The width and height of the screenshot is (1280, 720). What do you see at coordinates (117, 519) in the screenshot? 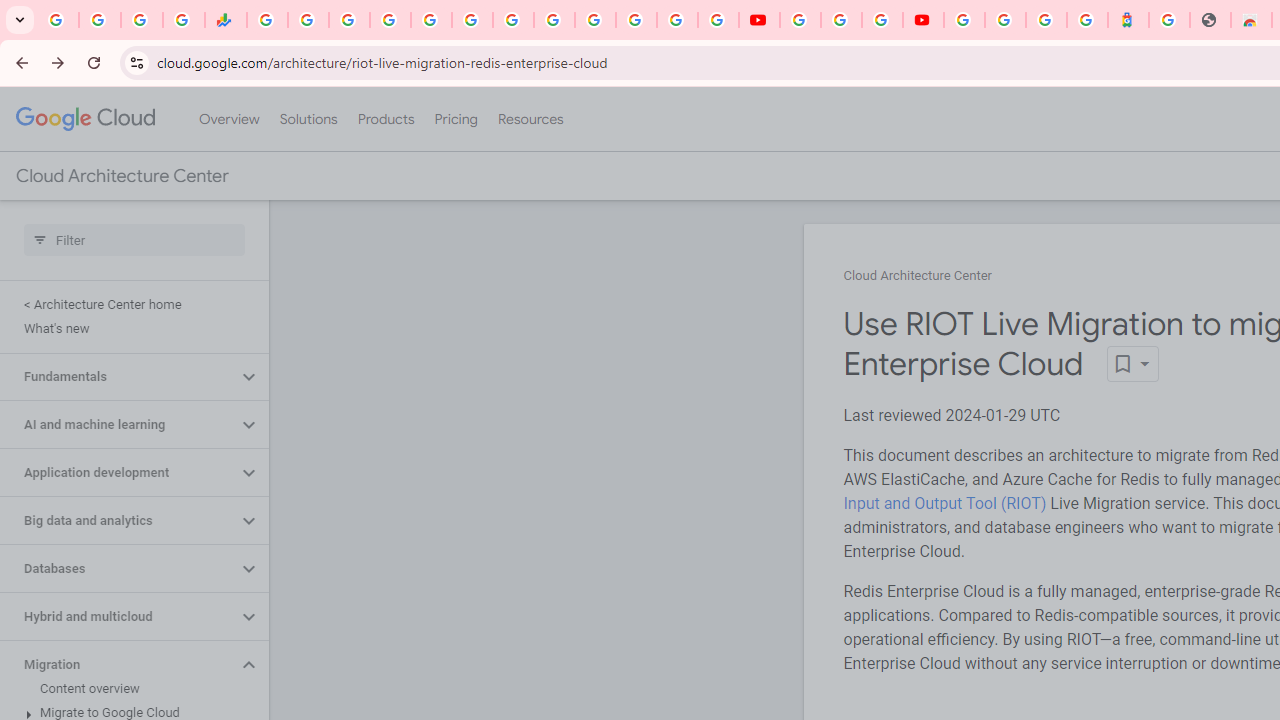
I see `'Big data and analytics'` at bounding box center [117, 519].